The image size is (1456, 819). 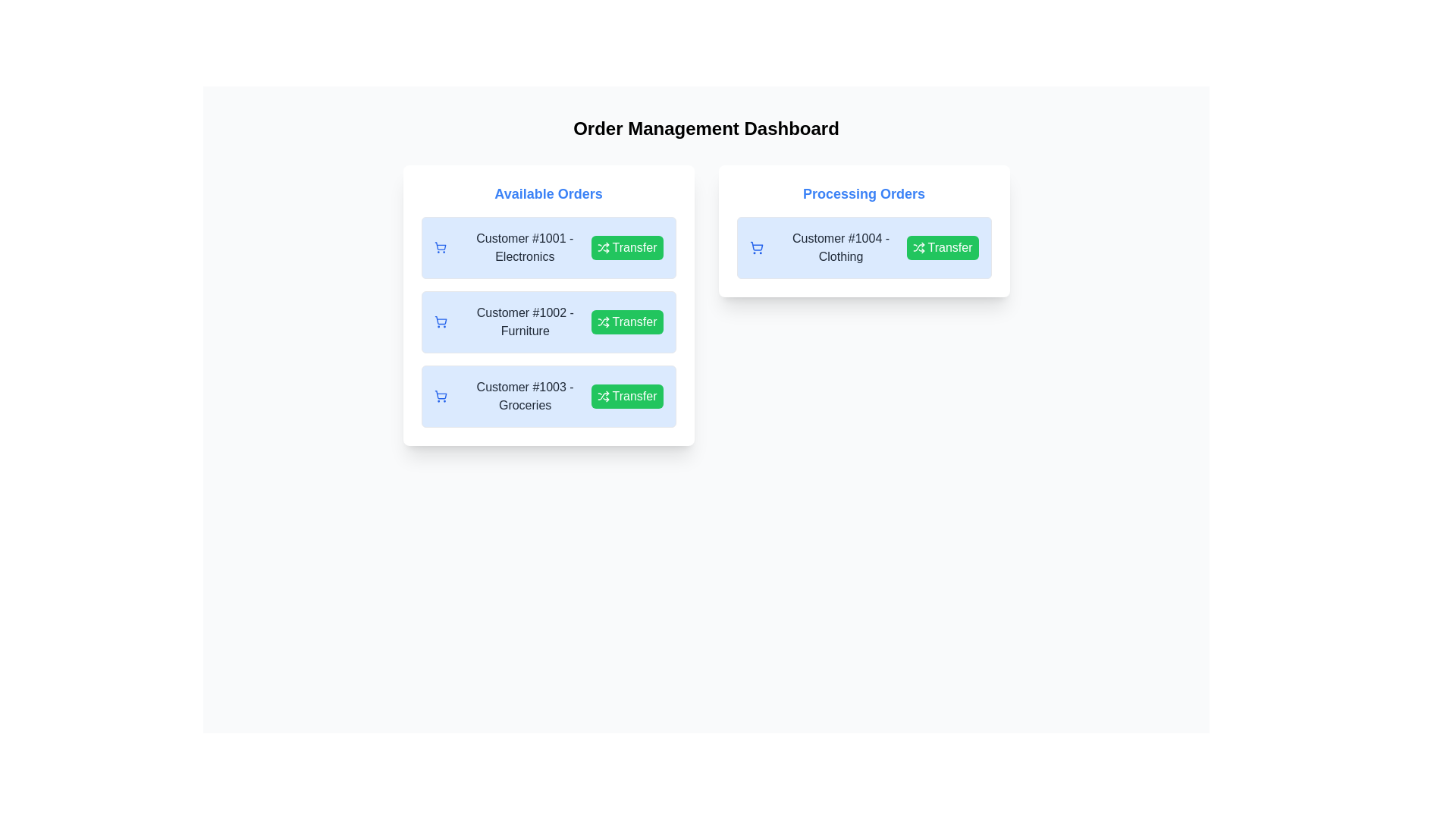 What do you see at coordinates (440, 396) in the screenshot?
I see `the 'Shopping Cart' icon representing 'Customer #1003 - Groceries'` at bounding box center [440, 396].